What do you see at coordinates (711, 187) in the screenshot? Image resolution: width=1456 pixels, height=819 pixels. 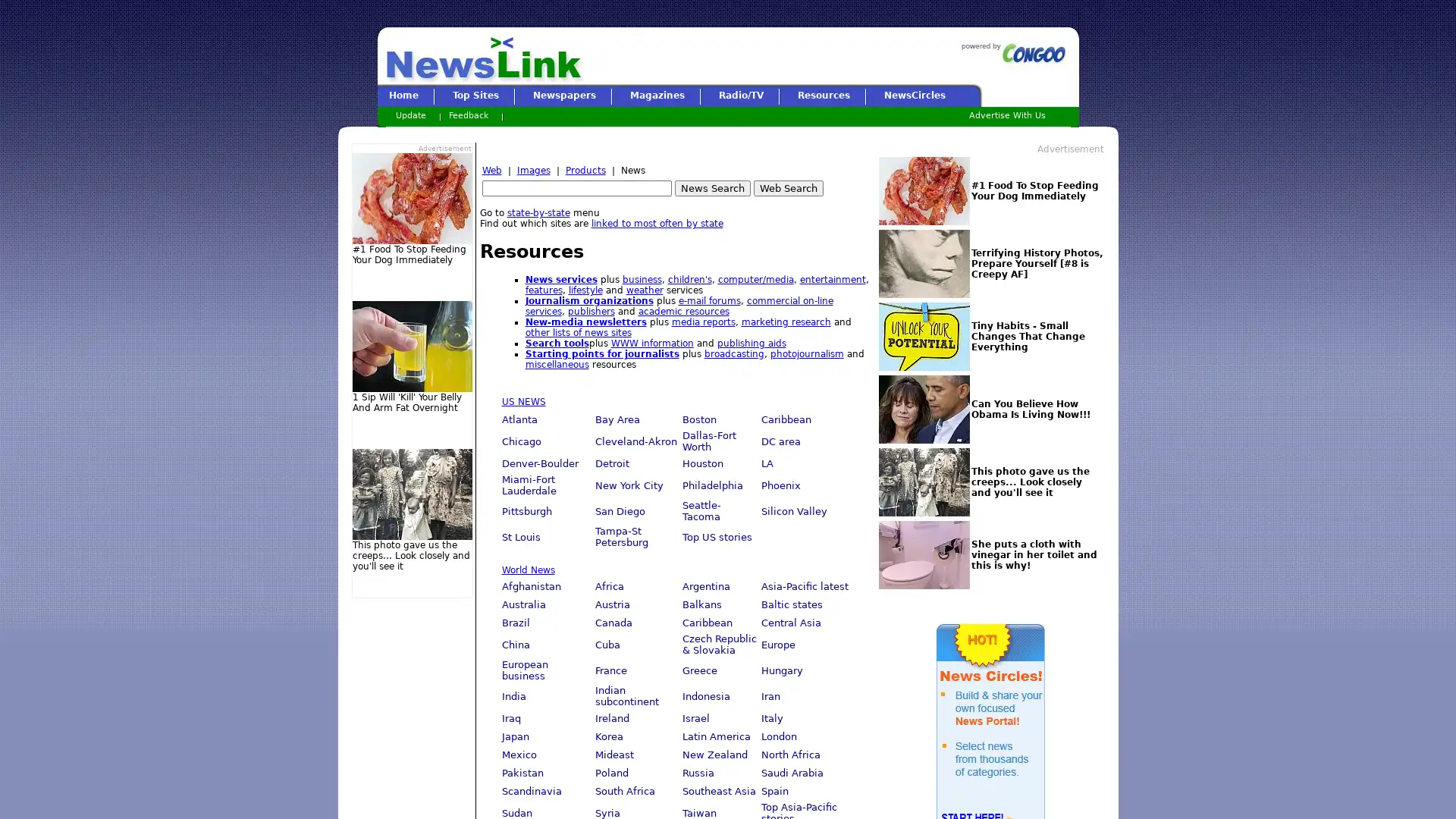 I see `News Search` at bounding box center [711, 187].